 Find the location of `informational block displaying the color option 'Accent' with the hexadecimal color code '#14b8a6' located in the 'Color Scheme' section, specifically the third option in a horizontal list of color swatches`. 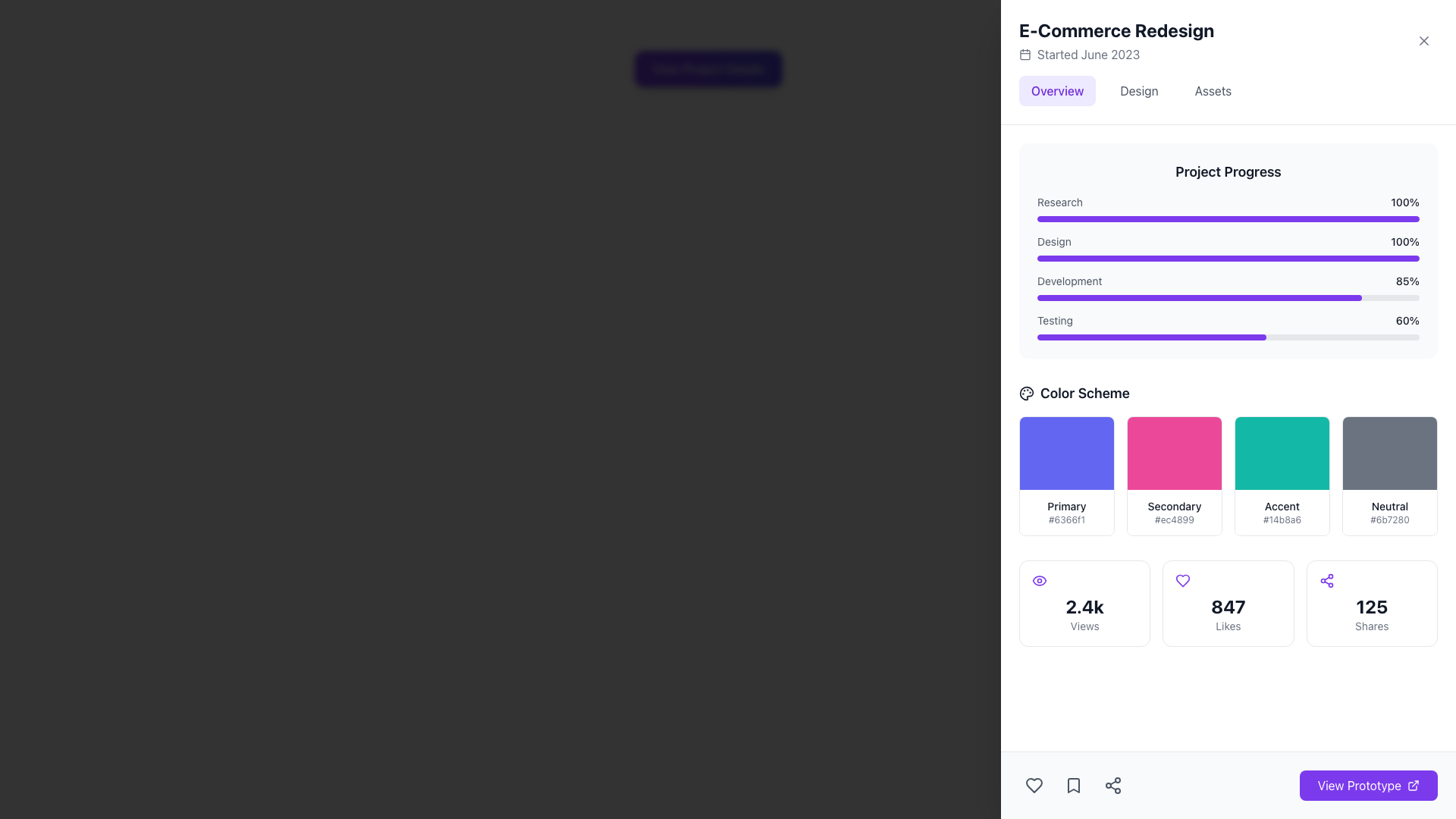

informational block displaying the color option 'Accent' with the hexadecimal color code '#14b8a6' located in the 'Color Scheme' section, specifically the third option in a horizontal list of color swatches is located at coordinates (1281, 512).